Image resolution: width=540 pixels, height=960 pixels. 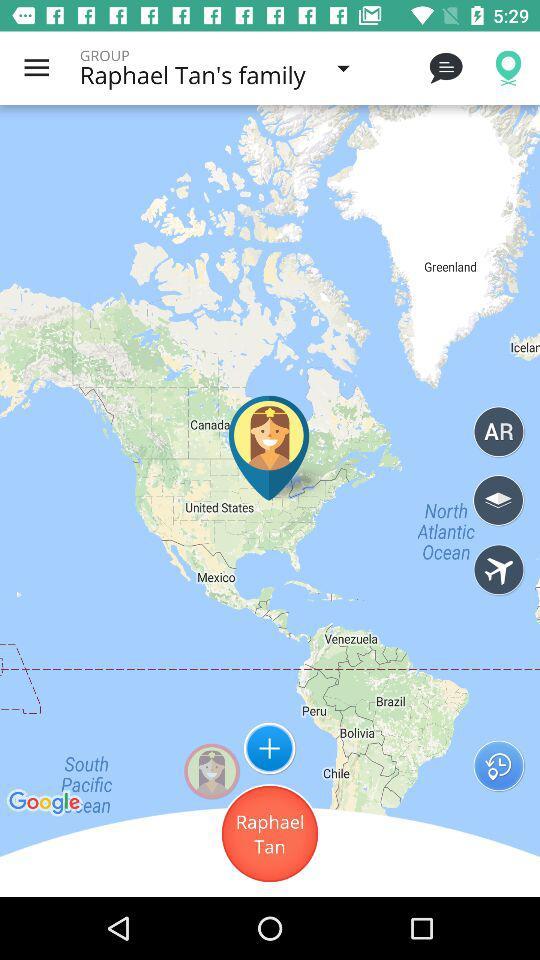 I want to click on the location button on the top right corner of the web page, so click(x=508, y=68).